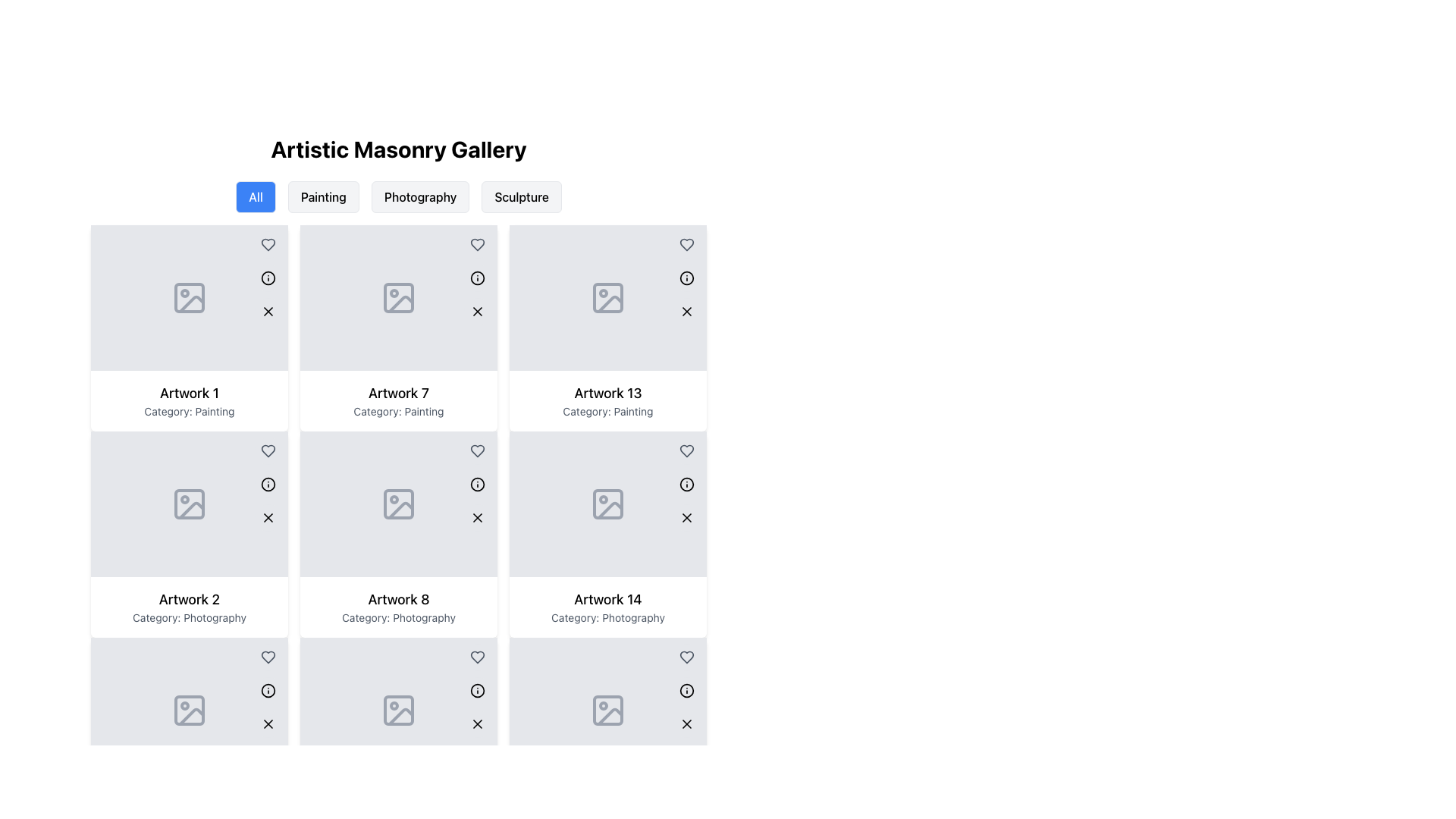  I want to click on the diagonal line graphic within the gray image placeholder icon on the card labeled 'Artwork 13' located in the third column and second row of the grid, so click(610, 304).